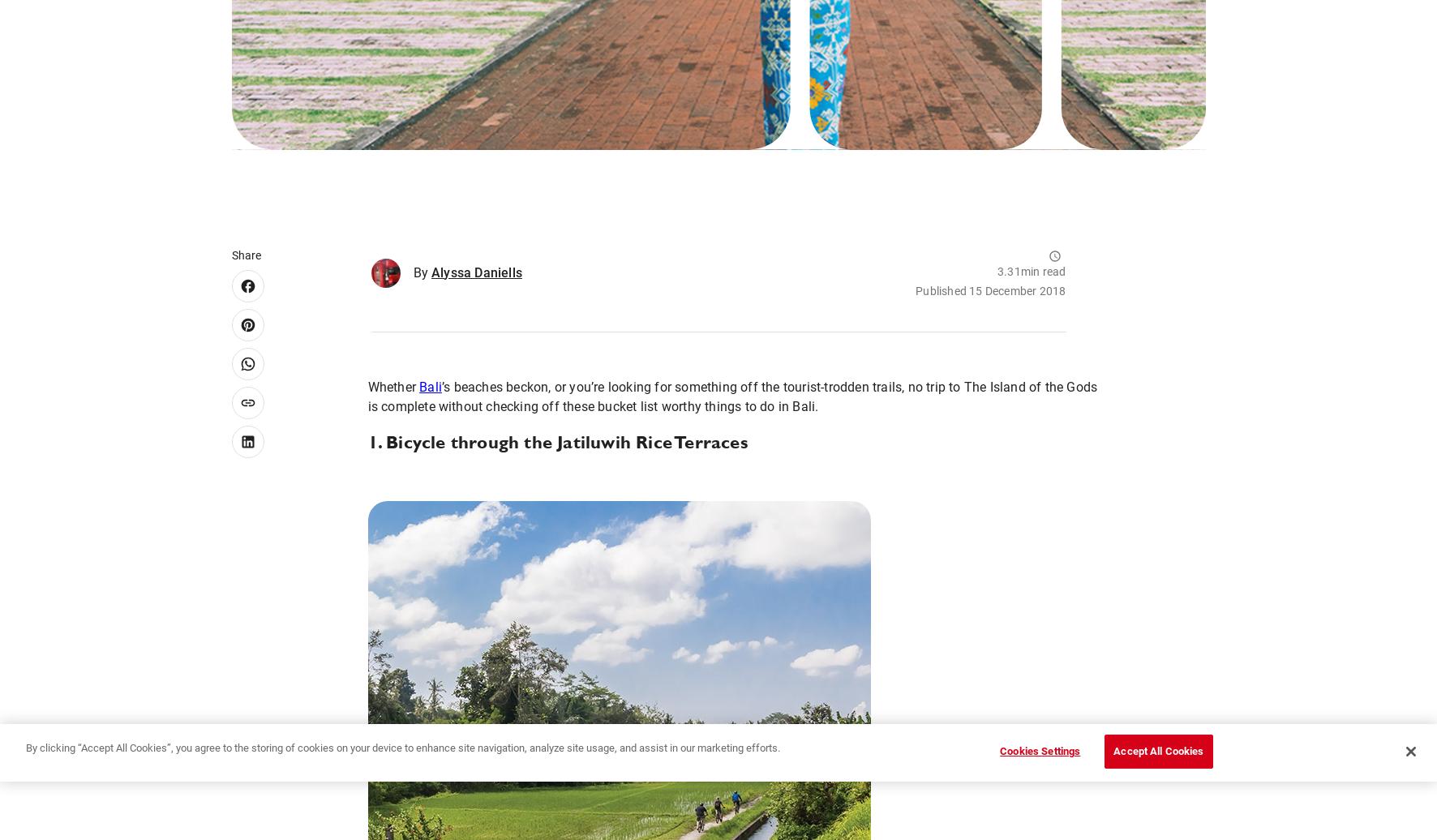 The height and width of the screenshot is (840, 1437). What do you see at coordinates (429, 386) in the screenshot?
I see `'Bali'` at bounding box center [429, 386].